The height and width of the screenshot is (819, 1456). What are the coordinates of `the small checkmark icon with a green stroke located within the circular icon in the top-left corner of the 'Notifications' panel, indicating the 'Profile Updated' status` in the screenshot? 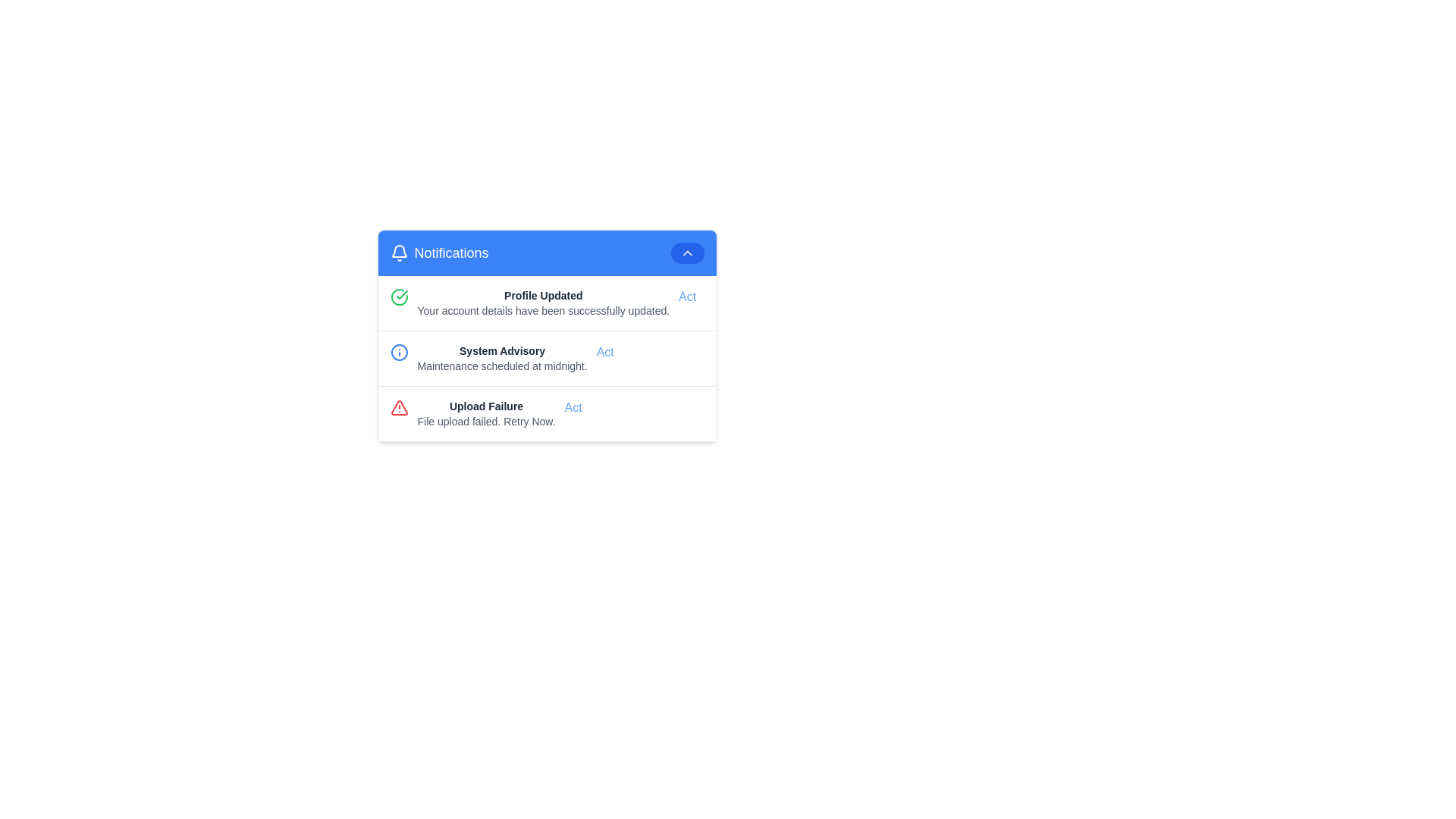 It's located at (401, 295).